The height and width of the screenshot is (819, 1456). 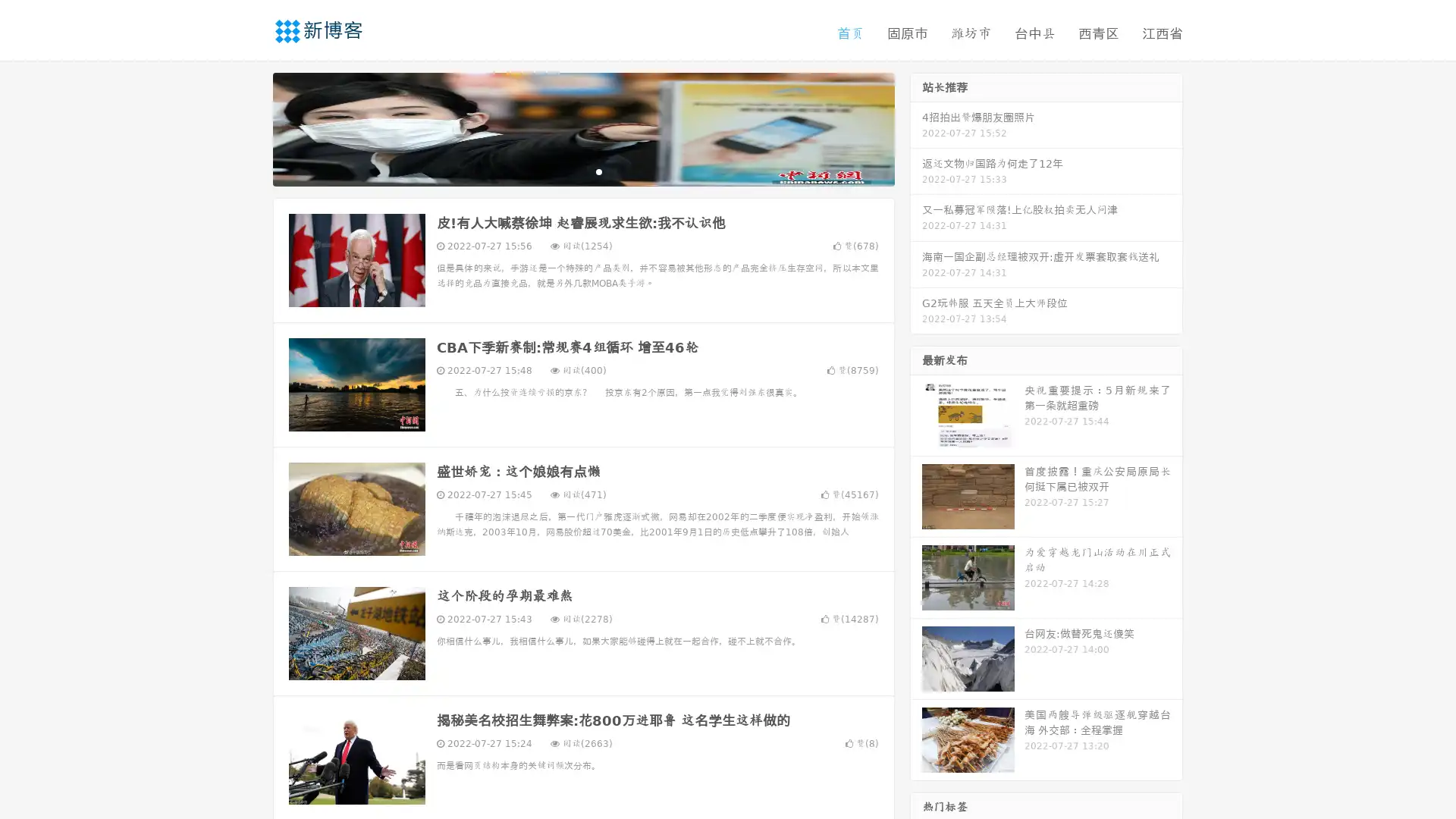 What do you see at coordinates (916, 127) in the screenshot?
I see `Next slide` at bounding box center [916, 127].